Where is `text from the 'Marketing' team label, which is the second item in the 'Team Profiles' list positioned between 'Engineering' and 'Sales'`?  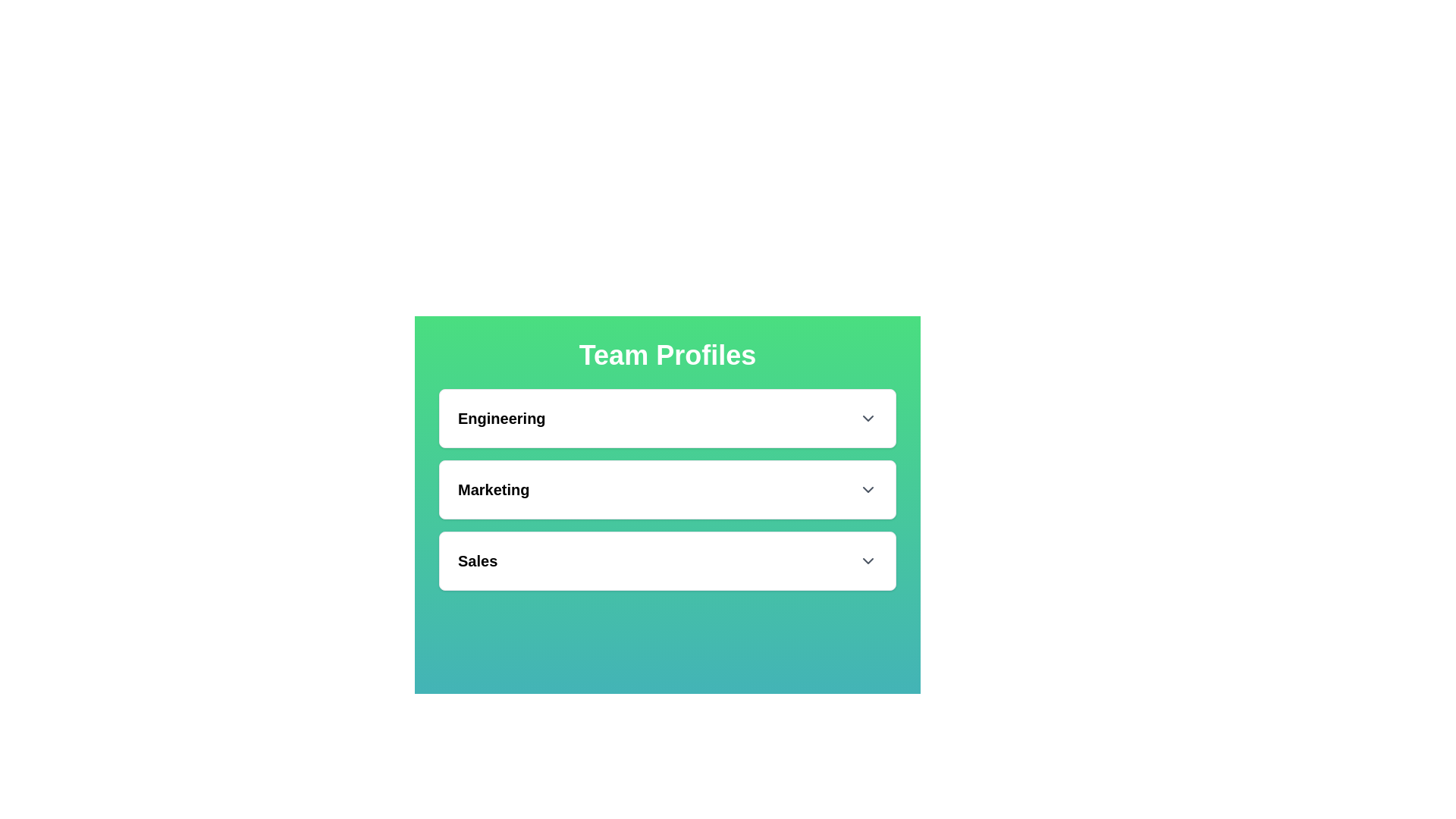 text from the 'Marketing' team label, which is the second item in the 'Team Profiles' list positioned between 'Engineering' and 'Sales' is located at coordinates (494, 489).